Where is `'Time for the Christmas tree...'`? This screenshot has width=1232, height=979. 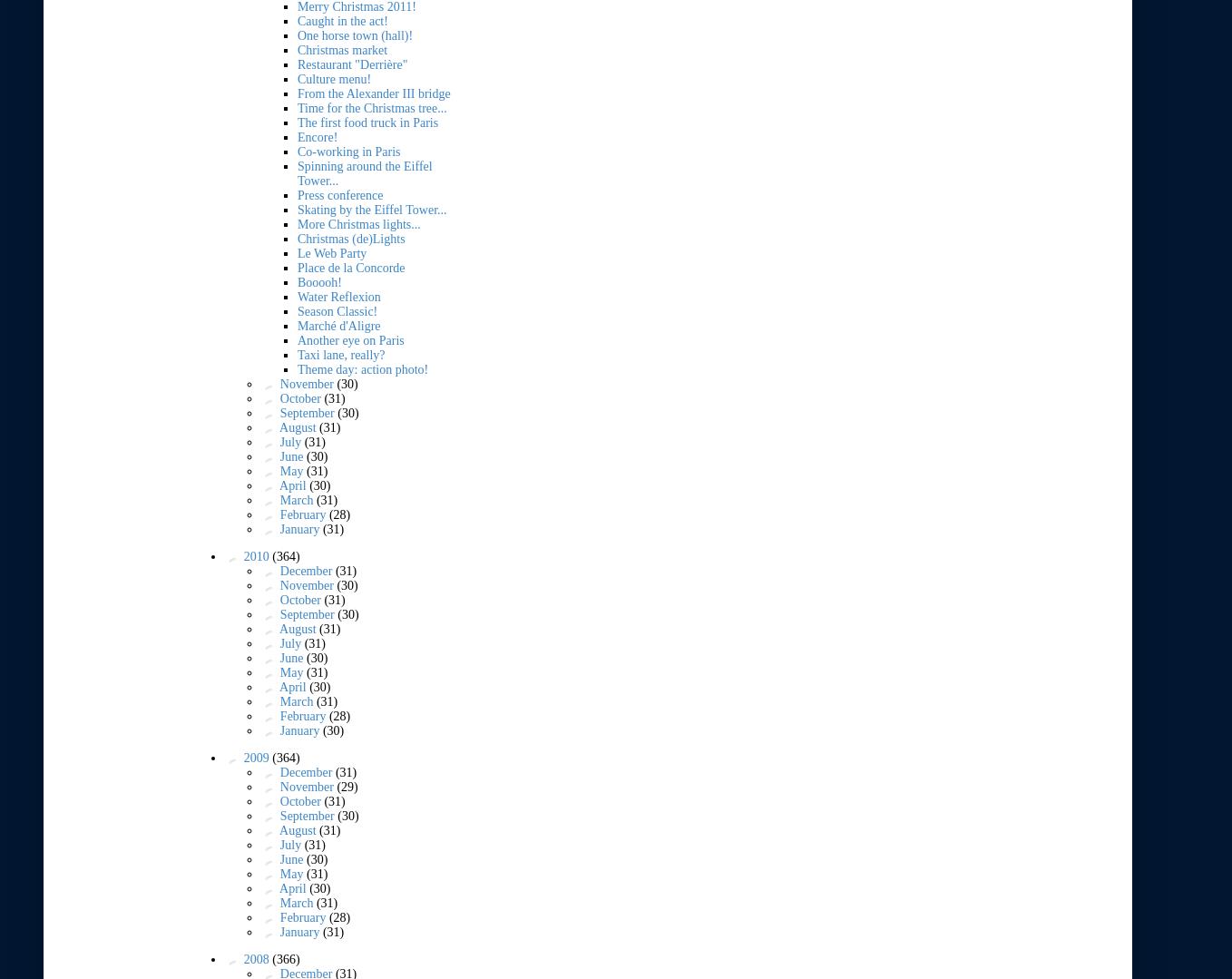 'Time for the Christmas tree...' is located at coordinates (370, 107).